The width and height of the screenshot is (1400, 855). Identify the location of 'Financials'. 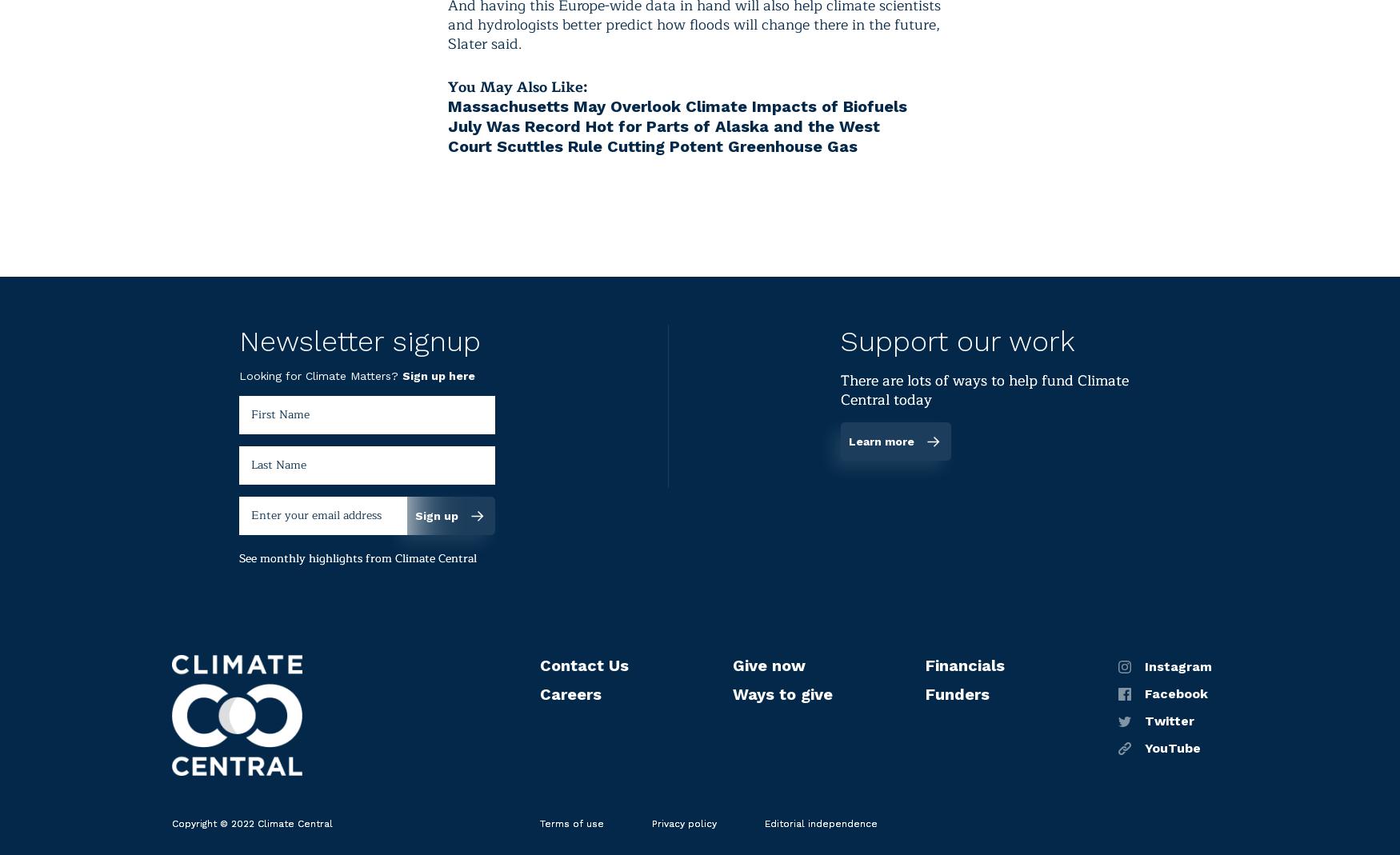
(965, 665).